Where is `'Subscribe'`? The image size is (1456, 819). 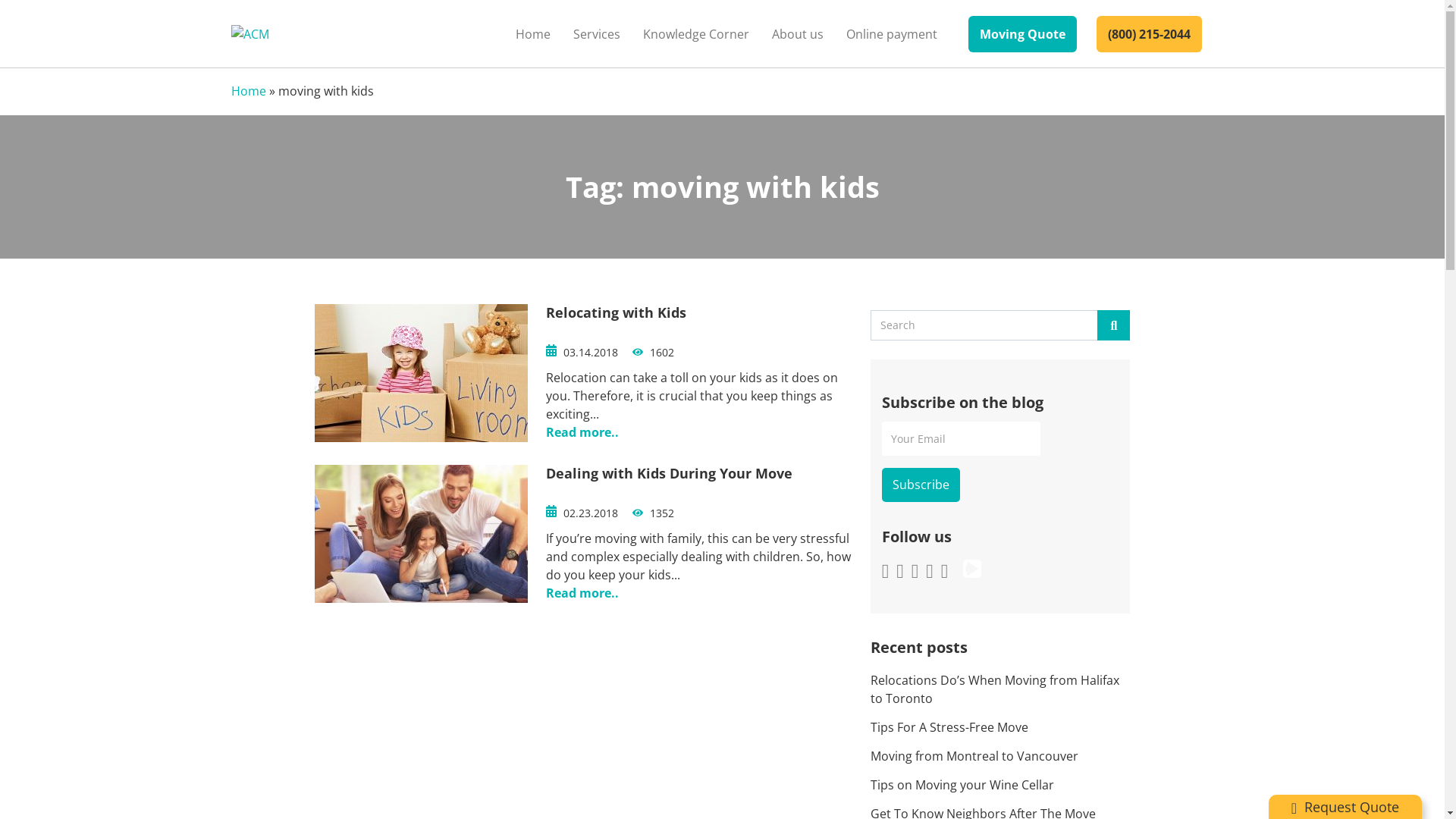 'Subscribe' is located at coordinates (920, 485).